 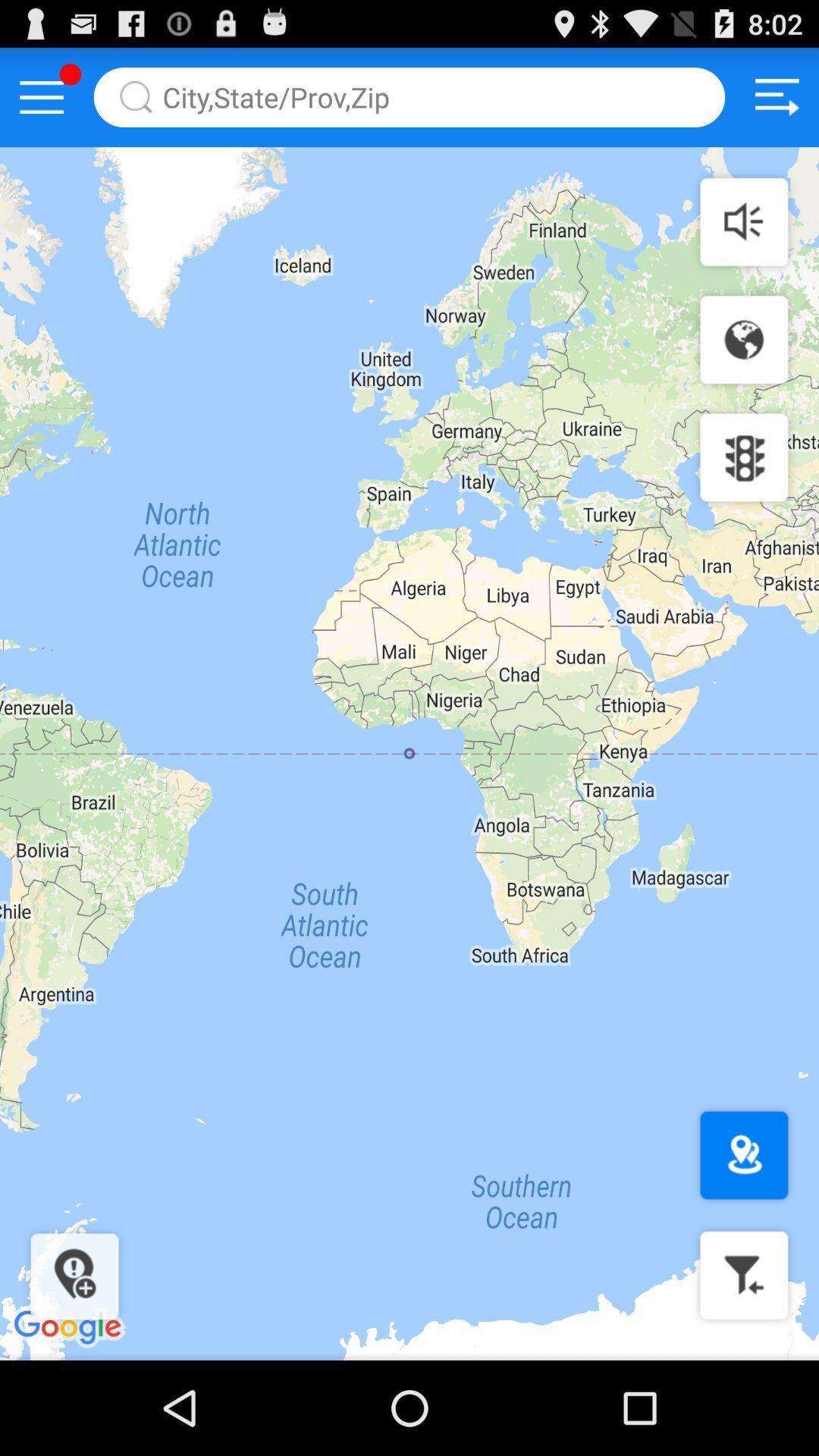 I want to click on closer map, so click(x=743, y=1274).